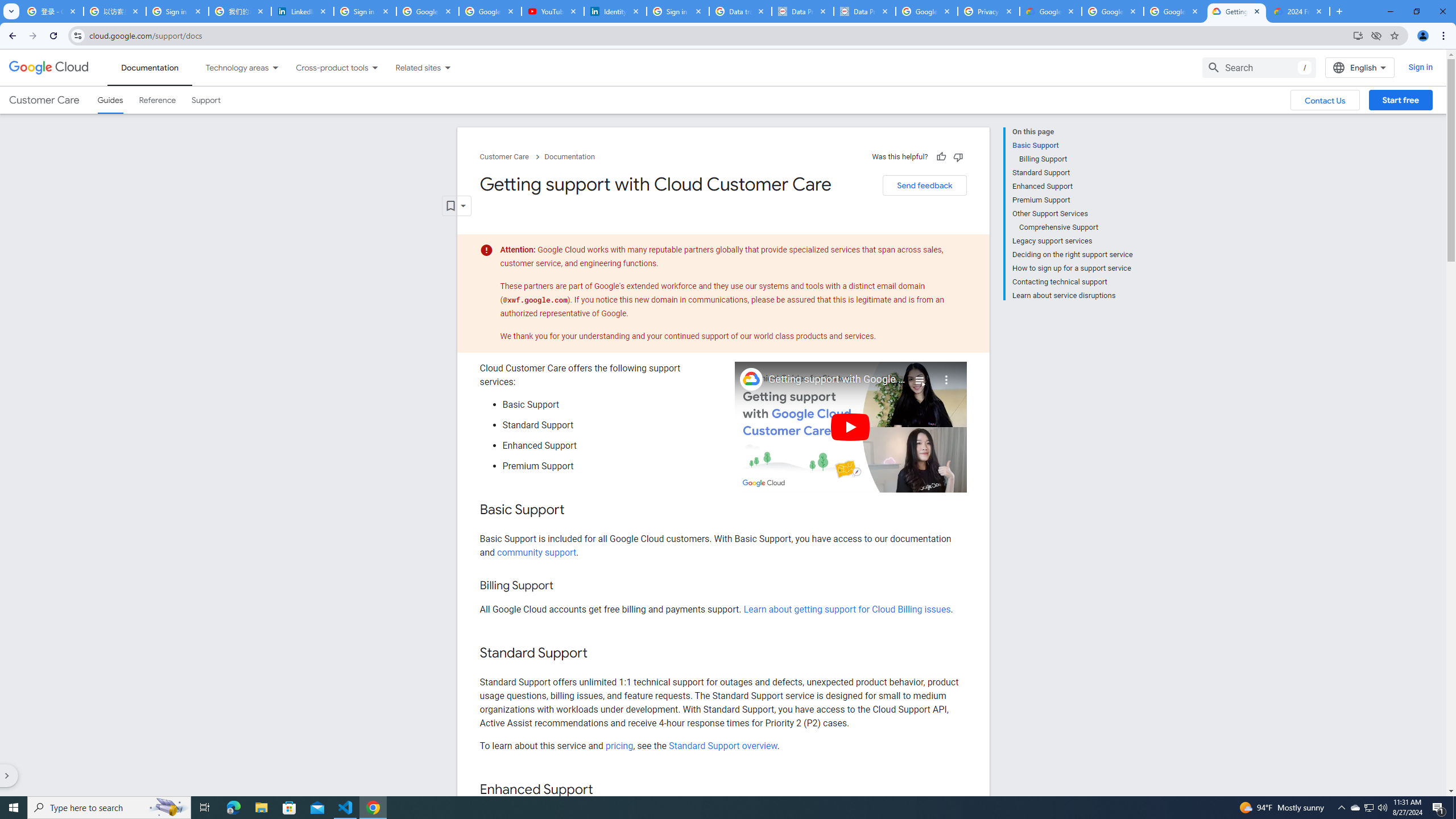  Describe the element at coordinates (456, 205) in the screenshot. I see `'Open dropdown'` at that location.